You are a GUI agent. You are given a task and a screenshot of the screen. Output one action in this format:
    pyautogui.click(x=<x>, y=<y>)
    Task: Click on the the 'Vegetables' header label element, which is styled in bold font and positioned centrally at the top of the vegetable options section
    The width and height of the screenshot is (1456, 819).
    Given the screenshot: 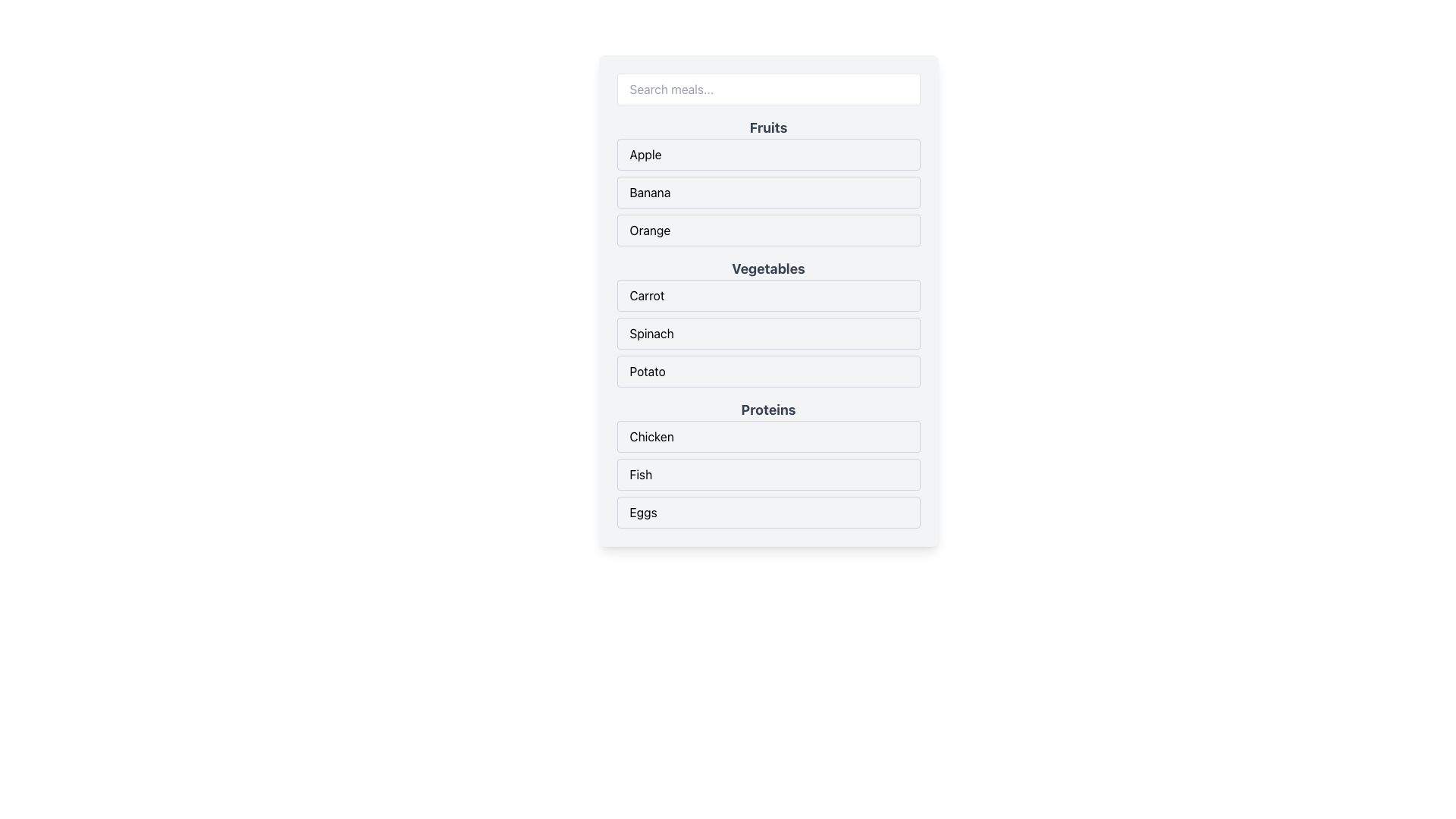 What is the action you would take?
    pyautogui.click(x=768, y=268)
    